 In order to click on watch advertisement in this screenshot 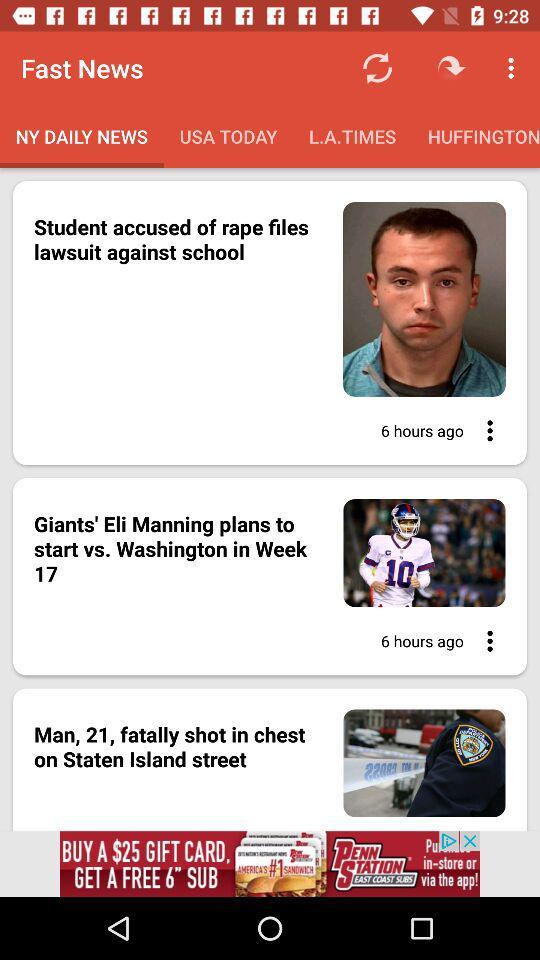, I will do `click(270, 863)`.